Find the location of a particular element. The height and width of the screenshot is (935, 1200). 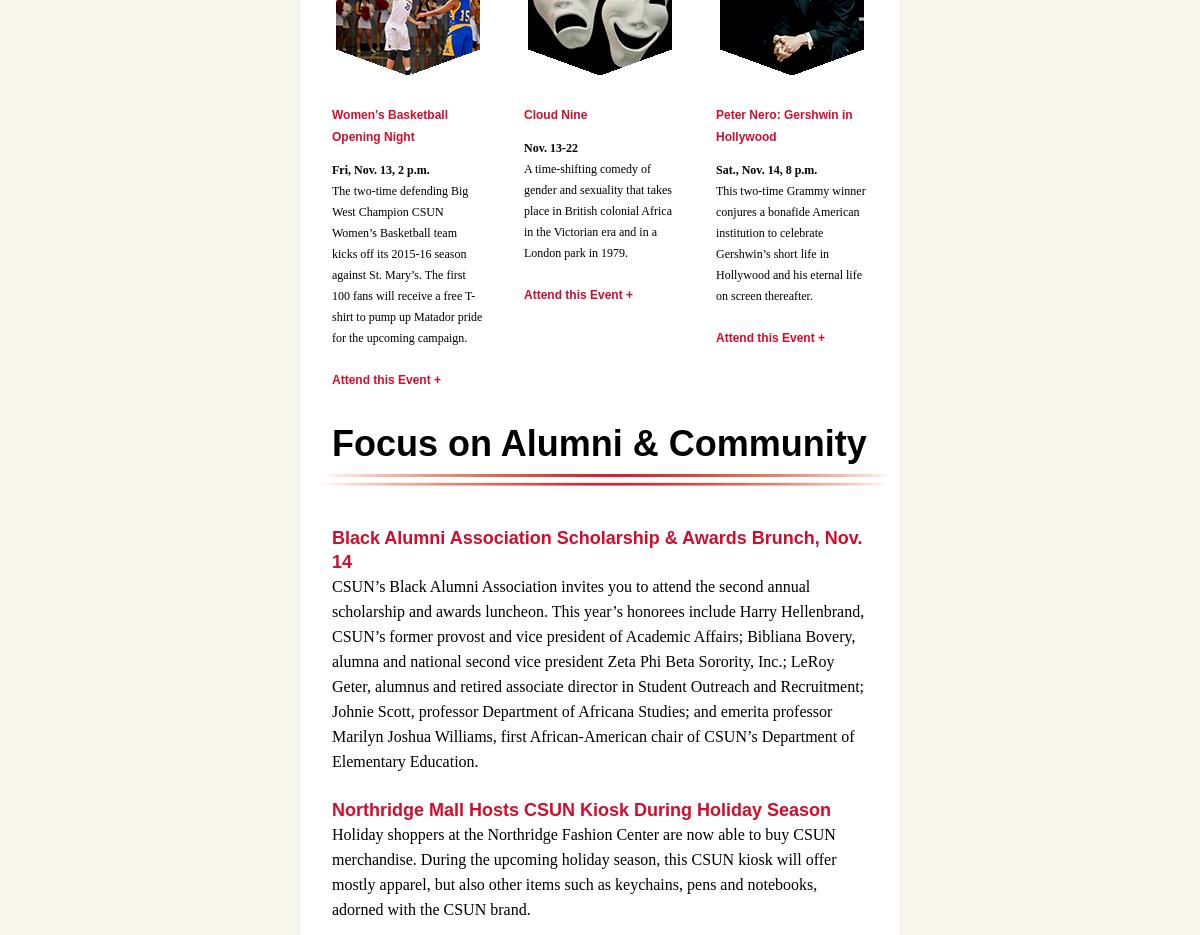

'Northridge Mall Hosts CSUN Kiosk During Holiday Season' is located at coordinates (580, 809).